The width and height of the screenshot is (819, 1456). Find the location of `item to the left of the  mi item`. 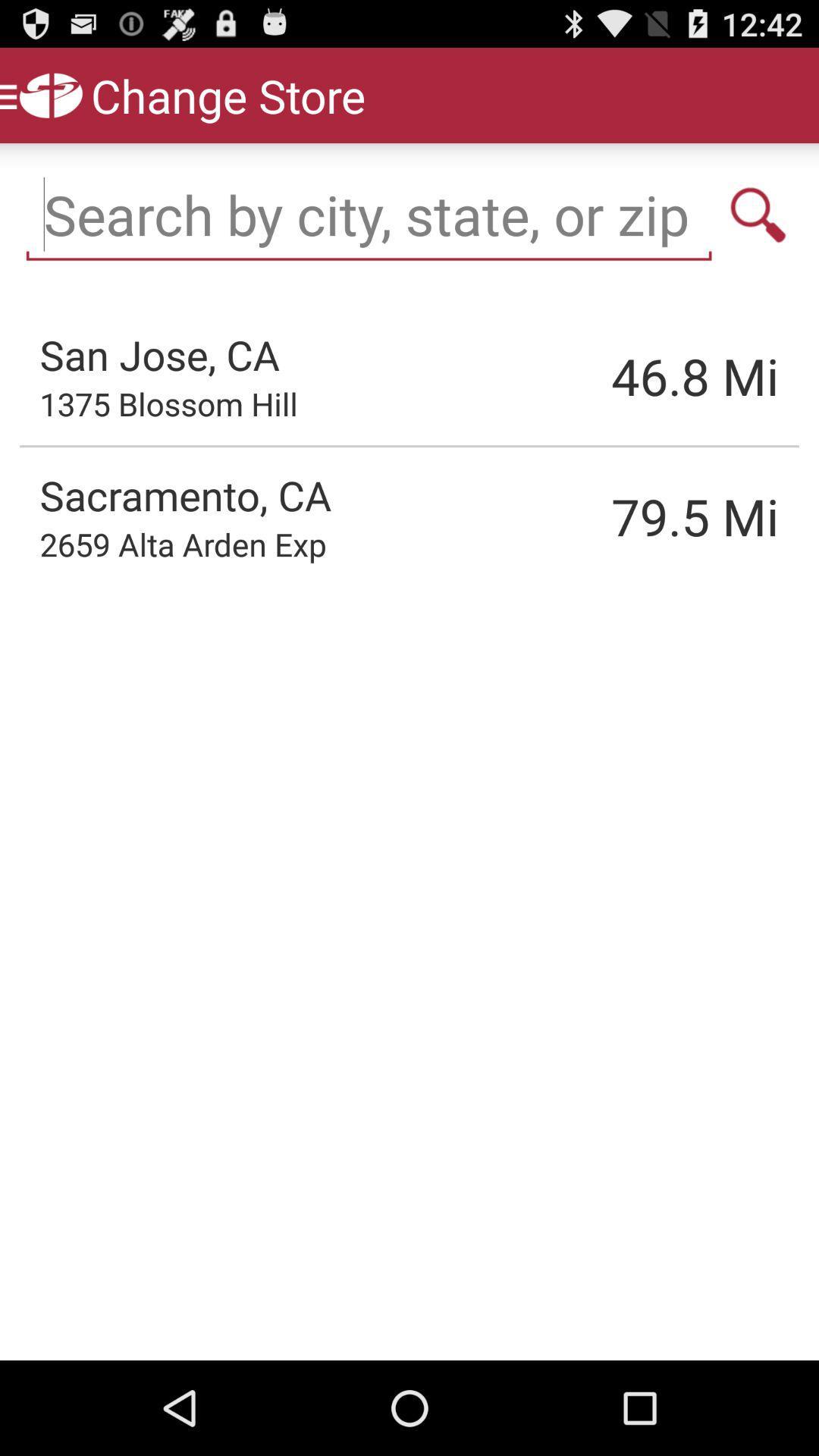

item to the left of the  mi item is located at coordinates (618, 376).